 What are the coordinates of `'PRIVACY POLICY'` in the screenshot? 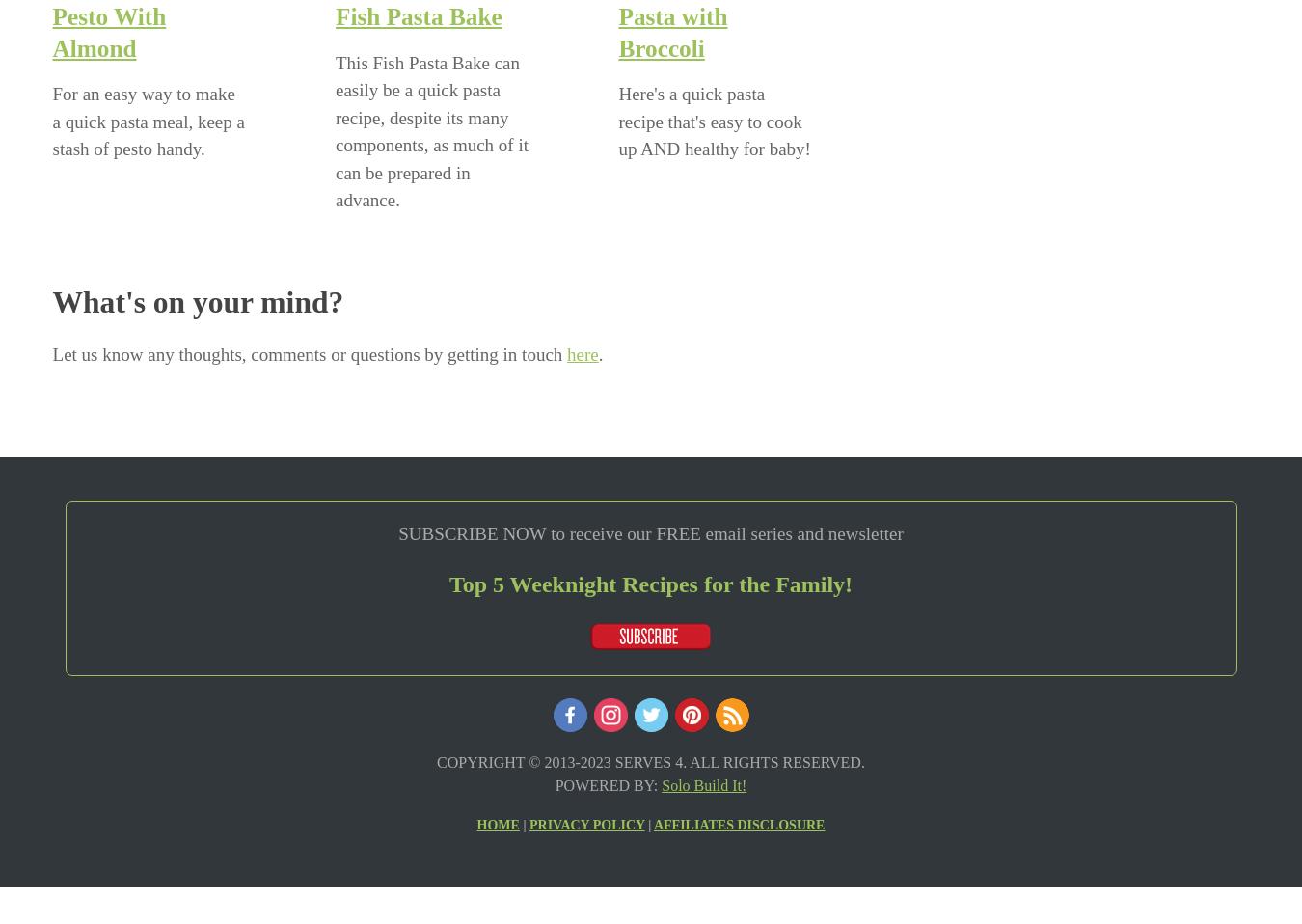 It's located at (586, 823).